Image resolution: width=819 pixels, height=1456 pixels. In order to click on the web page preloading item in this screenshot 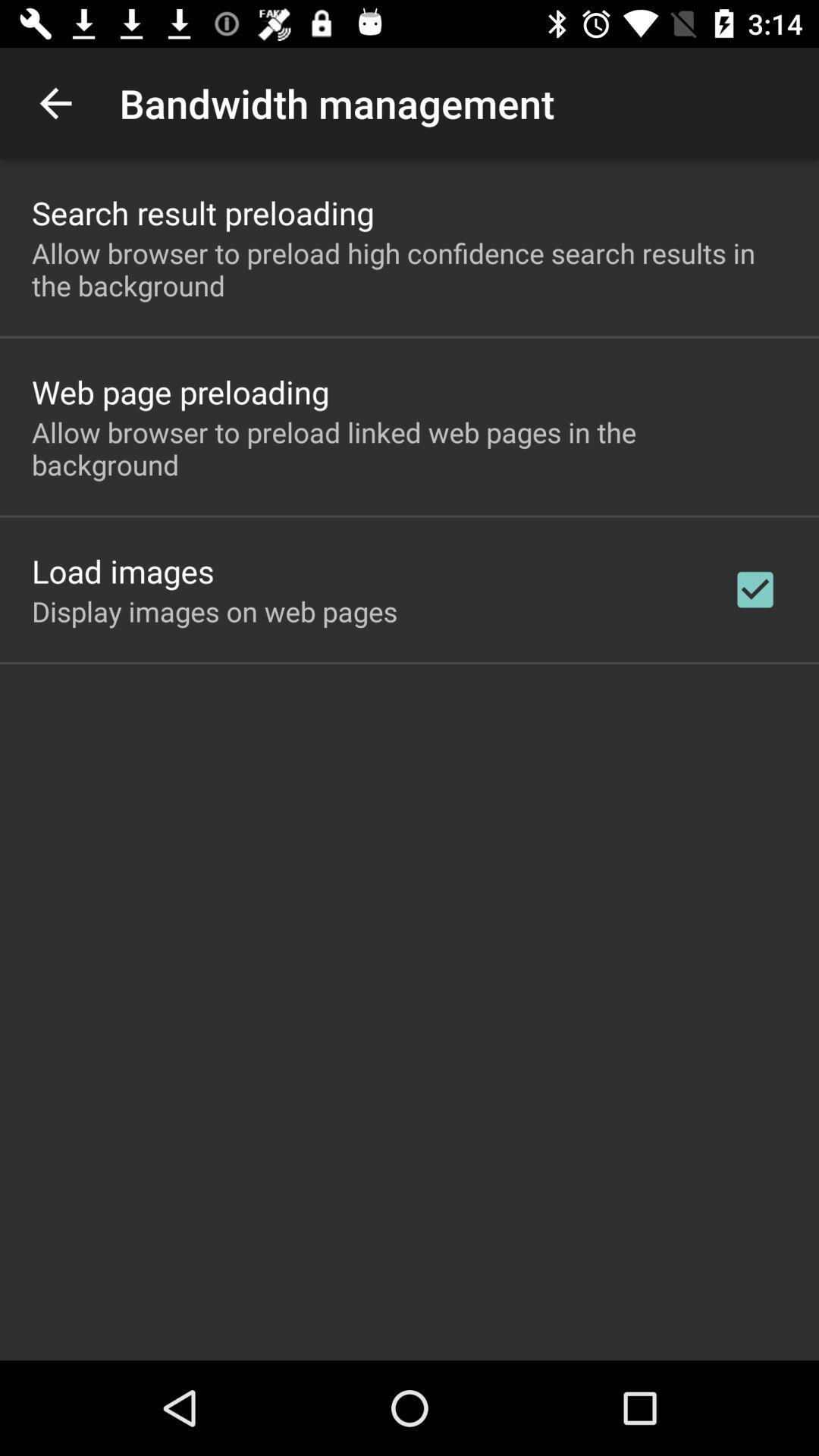, I will do `click(180, 391)`.